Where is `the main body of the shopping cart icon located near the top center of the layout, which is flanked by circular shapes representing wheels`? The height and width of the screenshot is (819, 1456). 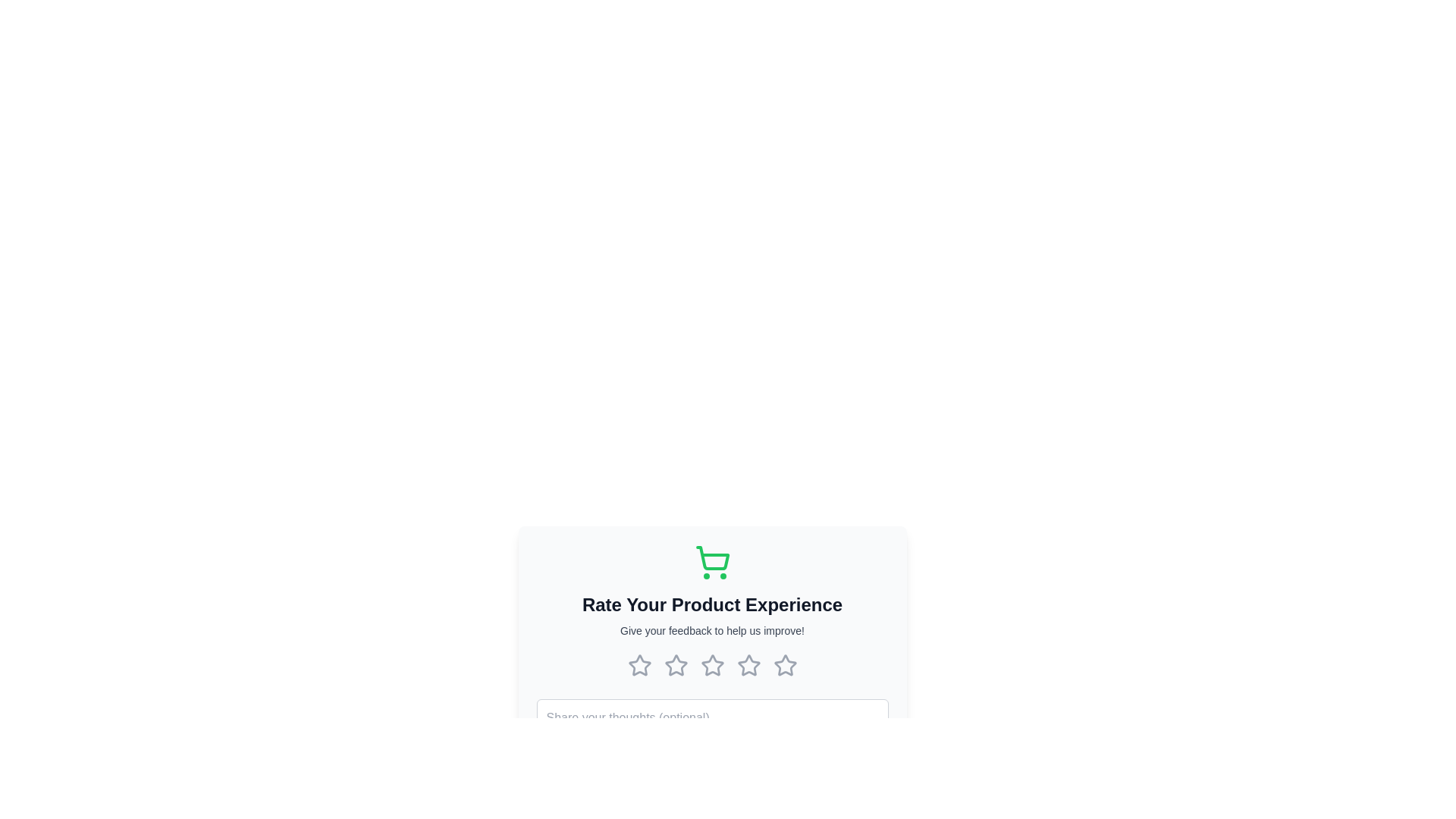
the main body of the shopping cart icon located near the top center of the layout, which is flanked by circular shapes representing wheels is located at coordinates (711, 558).